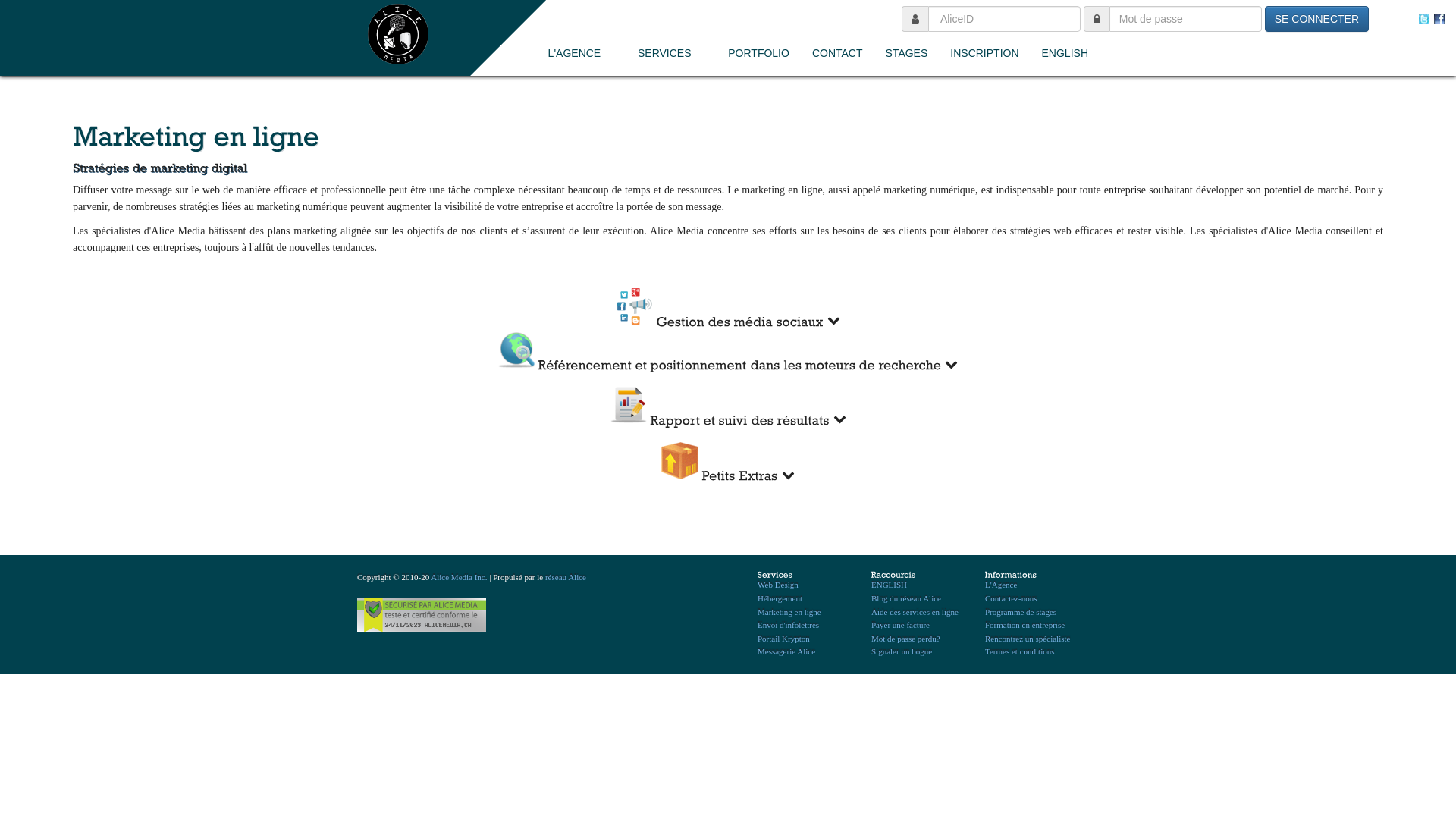 This screenshot has height=819, width=1456. I want to click on 'Formation en entreprise', so click(985, 625).